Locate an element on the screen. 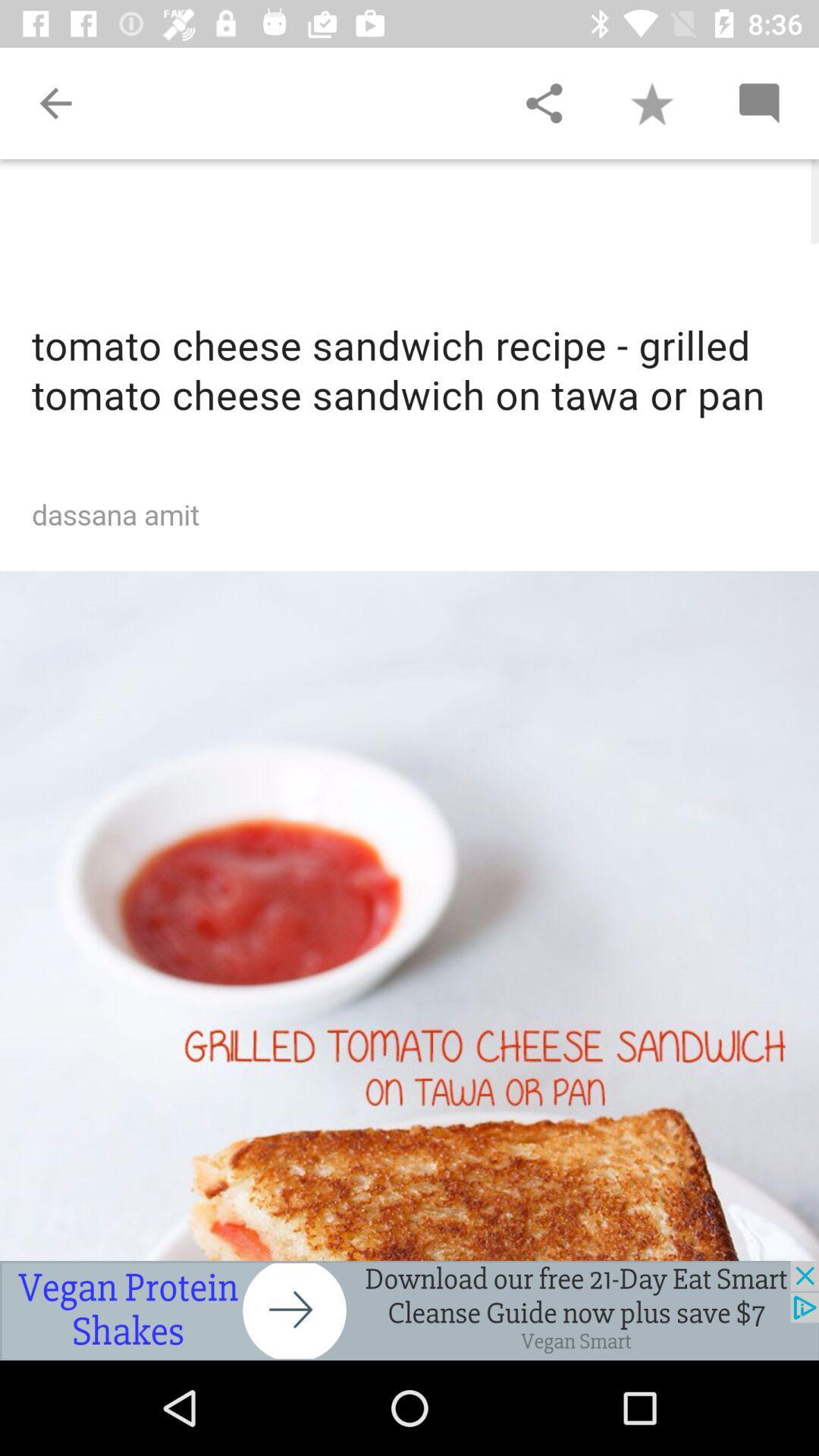 Image resolution: width=819 pixels, height=1456 pixels. click for advertisement is located at coordinates (409, 1310).